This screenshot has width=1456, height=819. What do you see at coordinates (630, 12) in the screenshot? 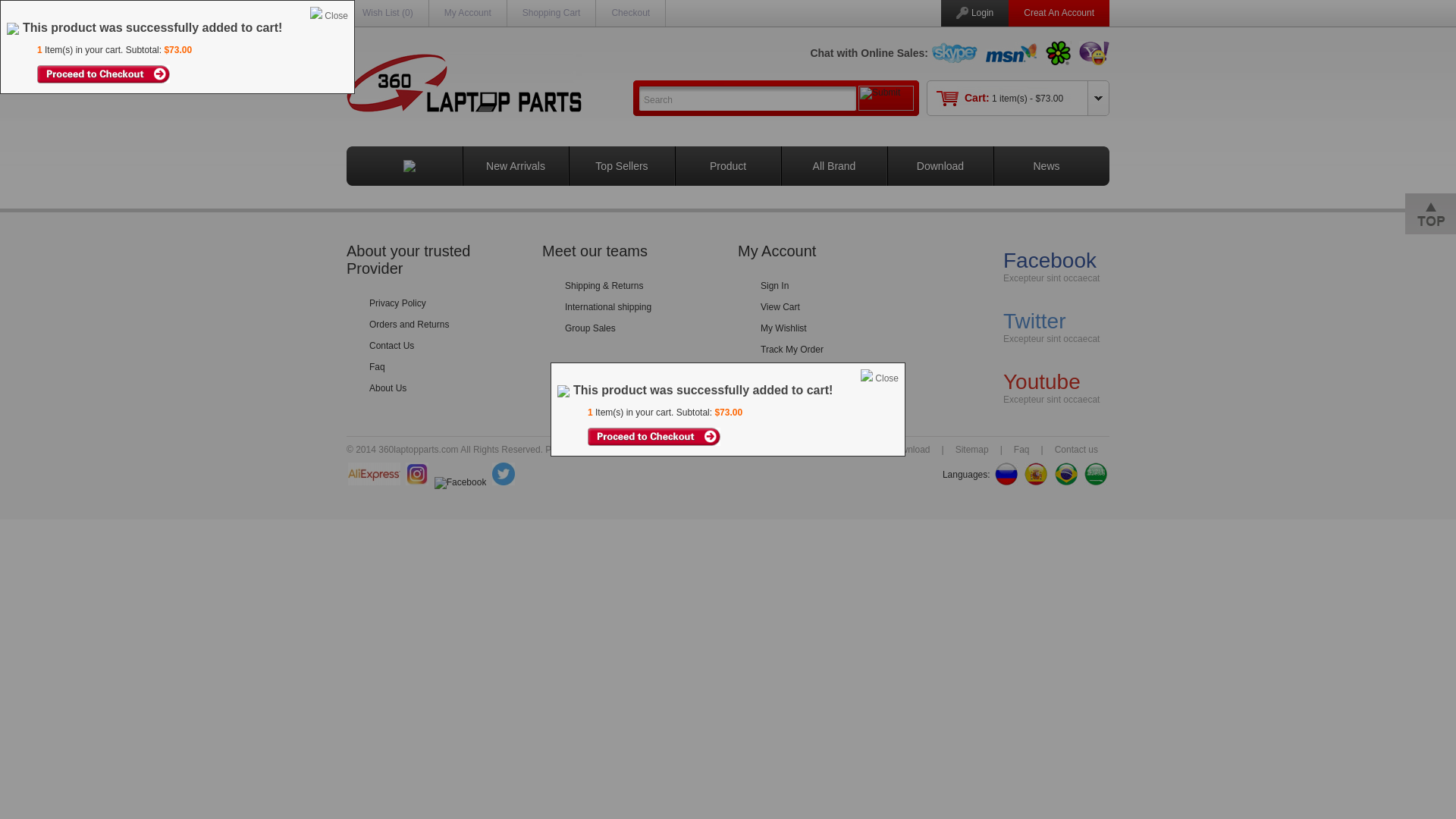
I see `'Checkout'` at bounding box center [630, 12].